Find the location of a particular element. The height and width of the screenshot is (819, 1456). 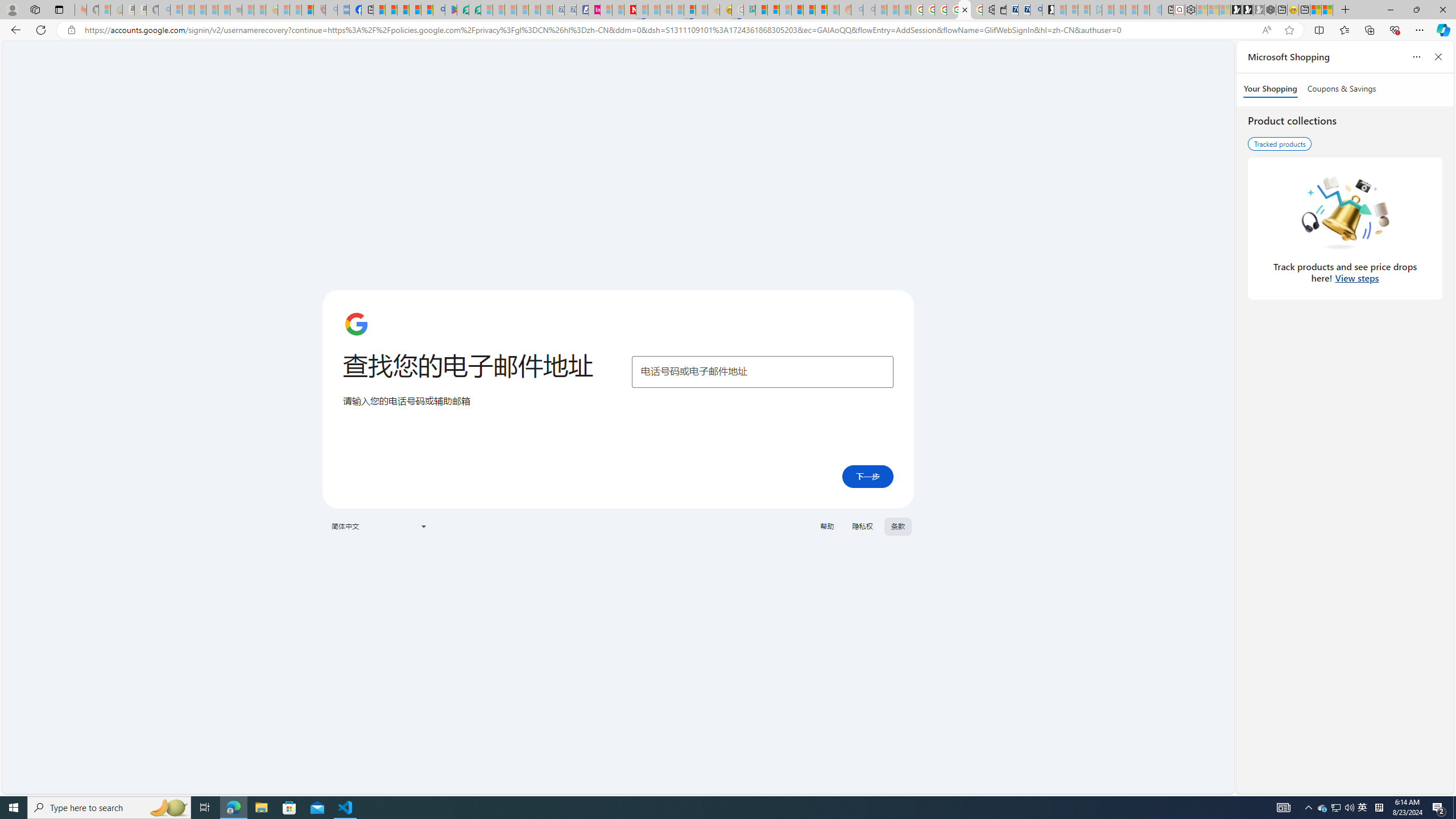

'Wallet' is located at coordinates (1001, 9).